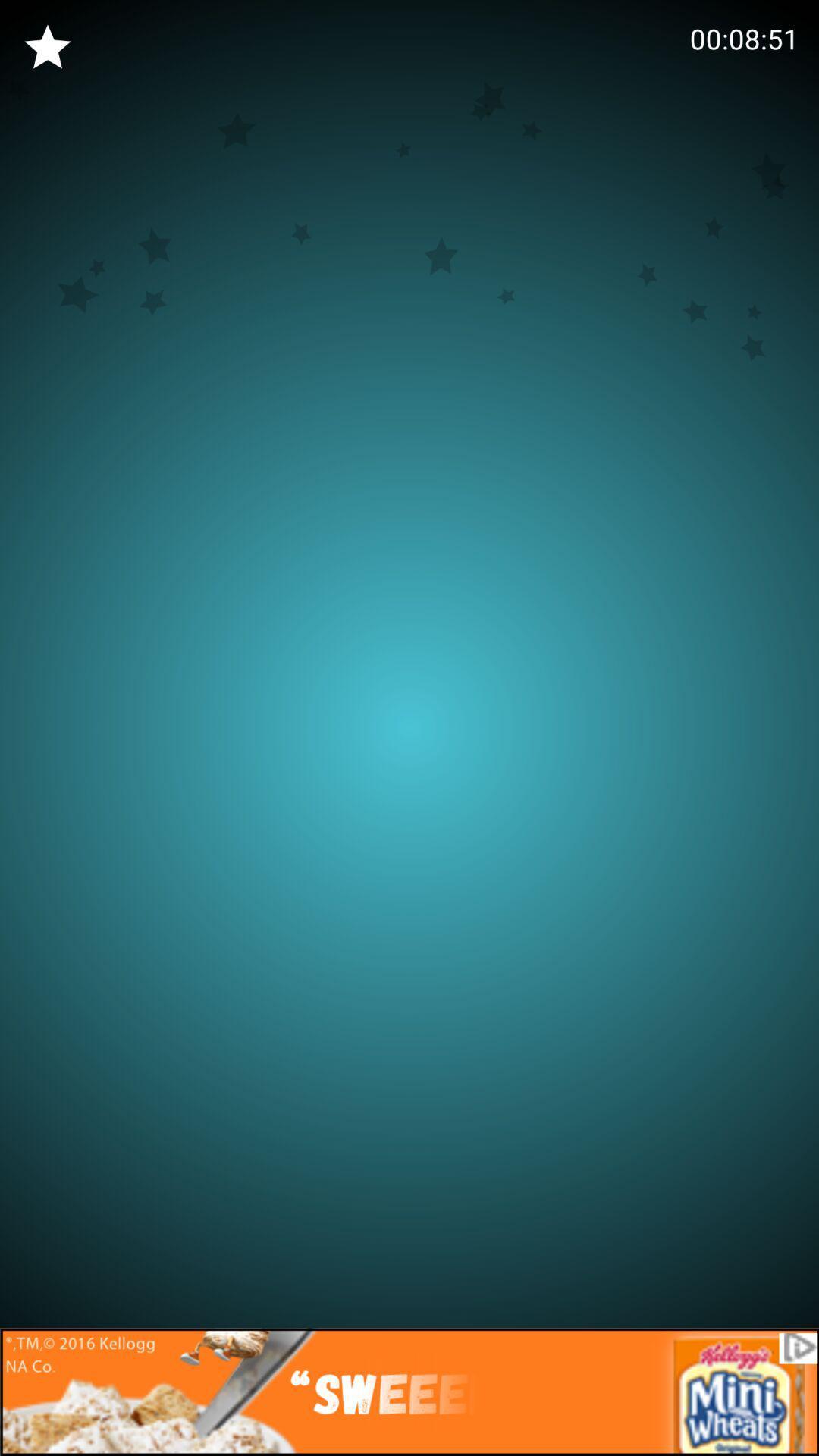 The height and width of the screenshot is (1456, 819). What do you see at coordinates (46, 47) in the screenshot?
I see `the star icon` at bounding box center [46, 47].